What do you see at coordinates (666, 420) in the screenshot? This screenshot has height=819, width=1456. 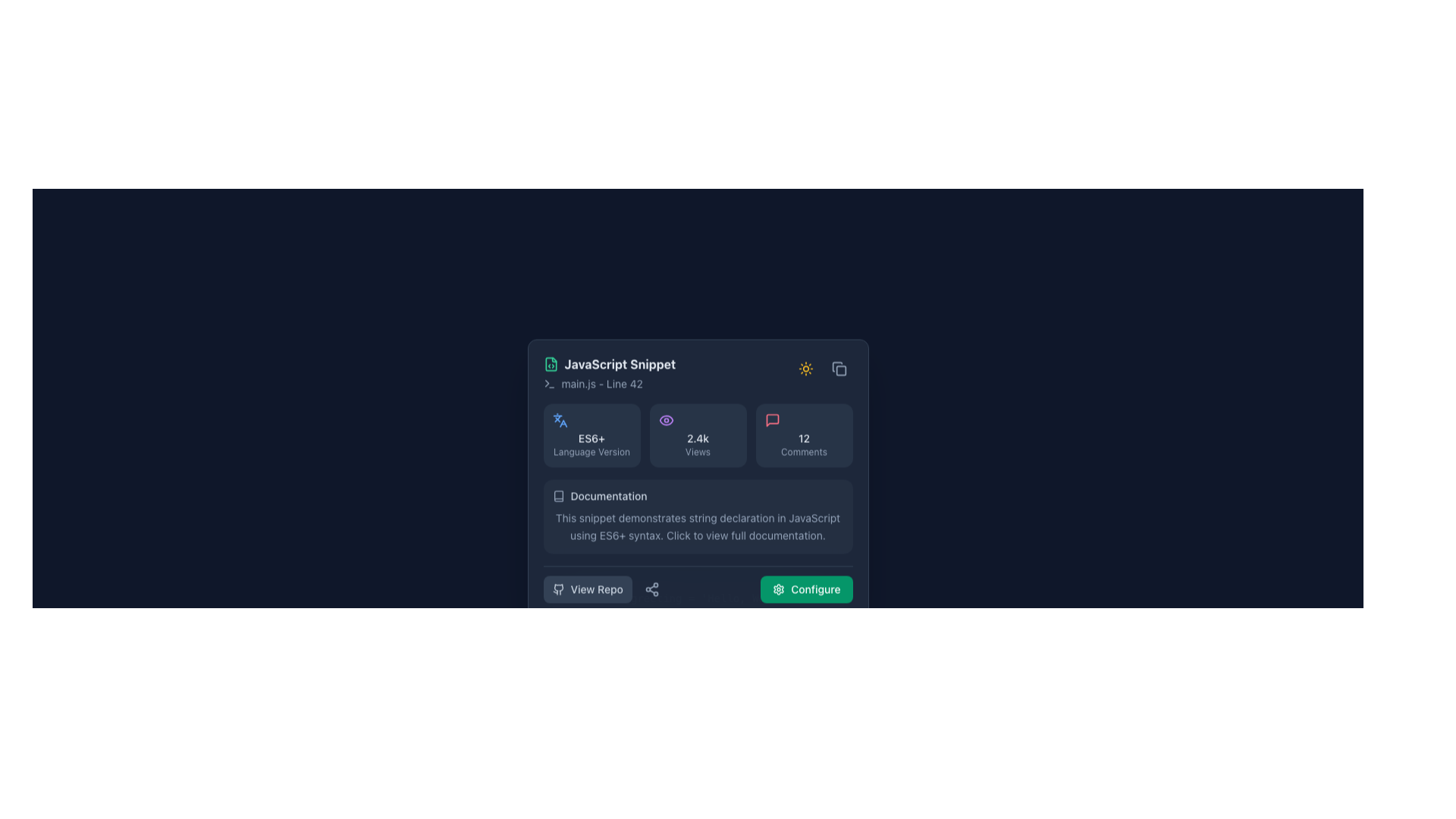 I see `the icon representing views or visibility that is positioned in the top-left corner of the section displaying '2.4k Views'` at bounding box center [666, 420].